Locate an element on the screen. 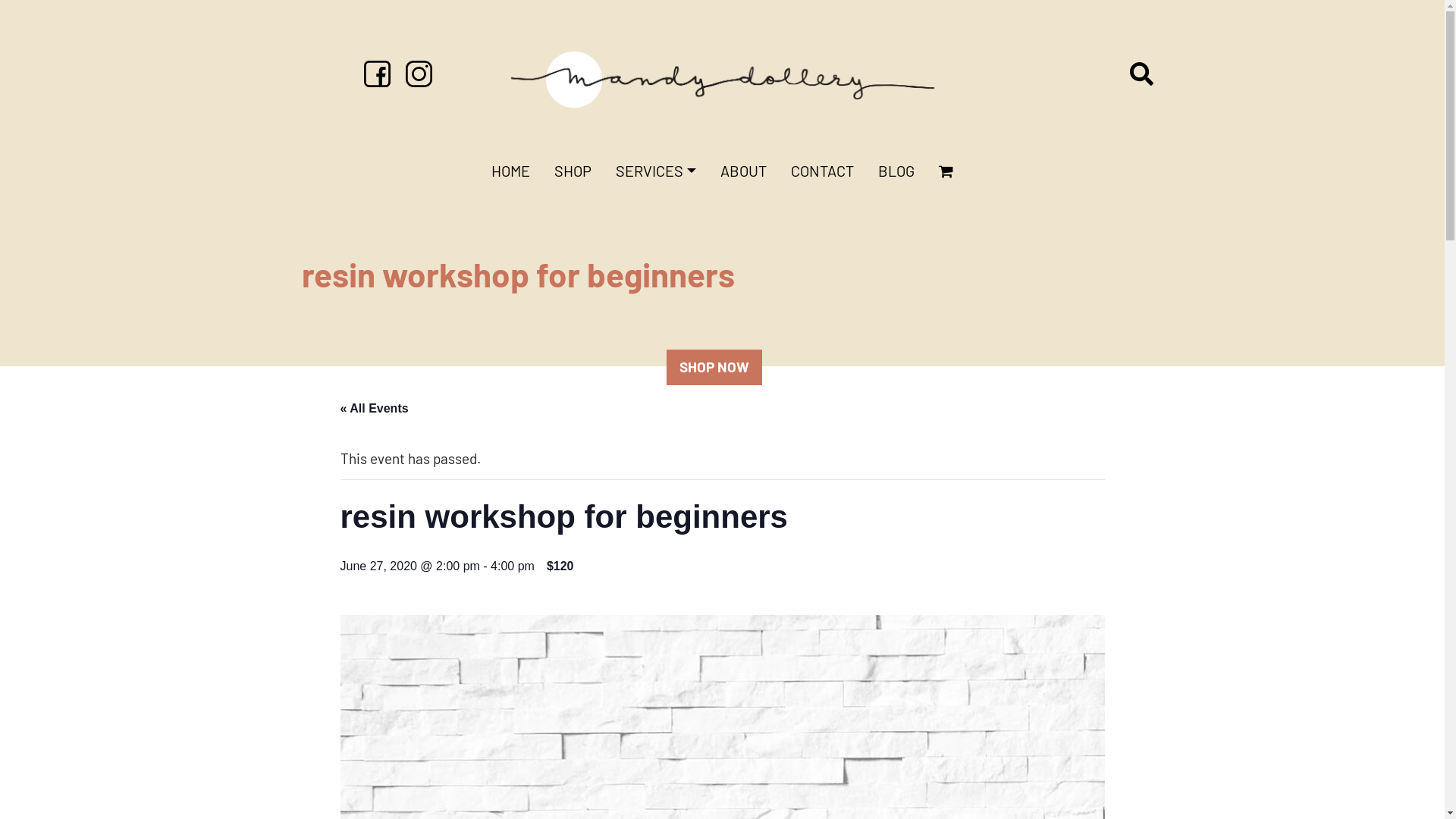  'HOME' is located at coordinates (510, 170).